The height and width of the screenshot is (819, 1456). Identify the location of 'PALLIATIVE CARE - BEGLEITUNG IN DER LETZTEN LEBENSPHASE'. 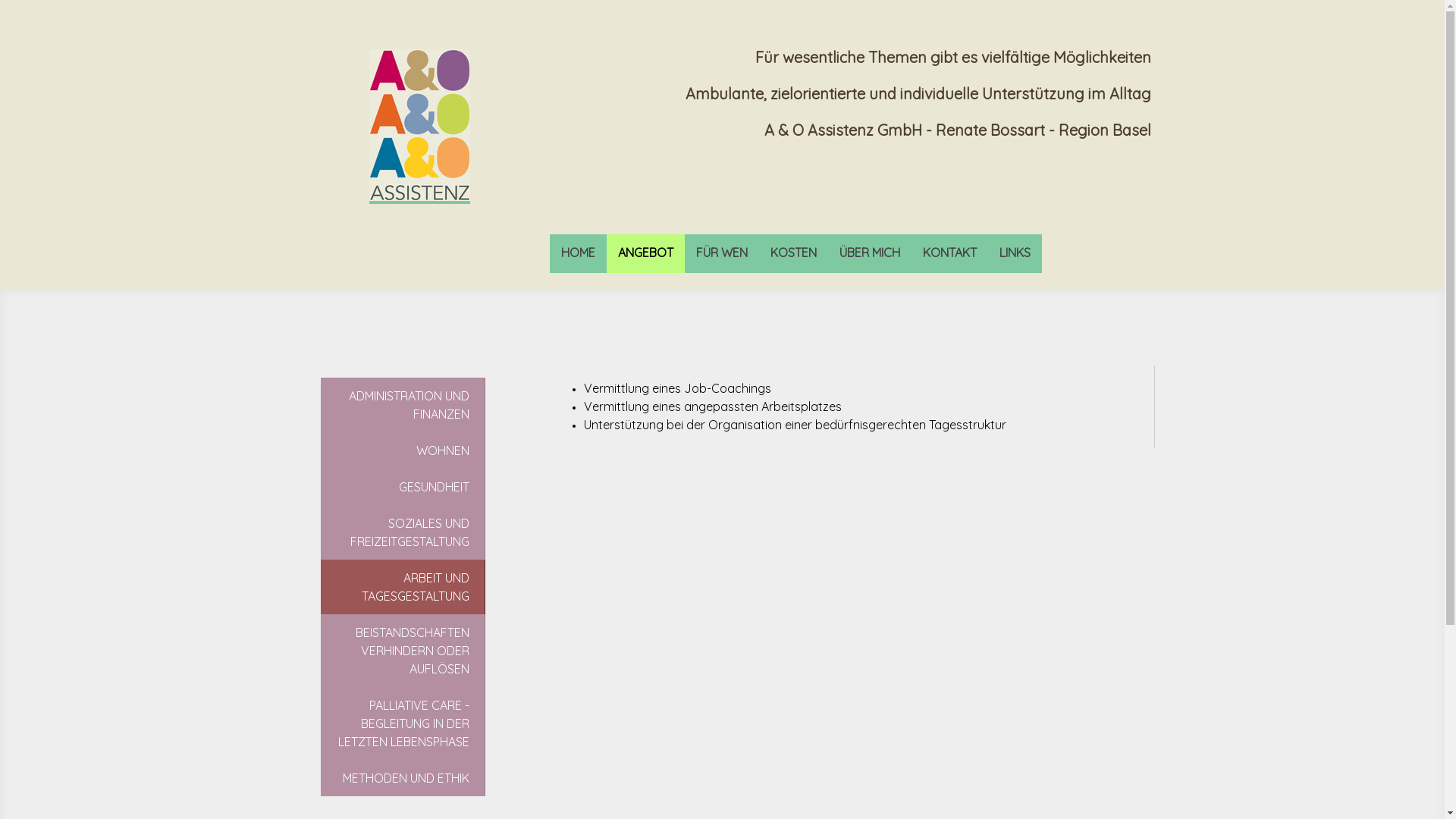
(403, 722).